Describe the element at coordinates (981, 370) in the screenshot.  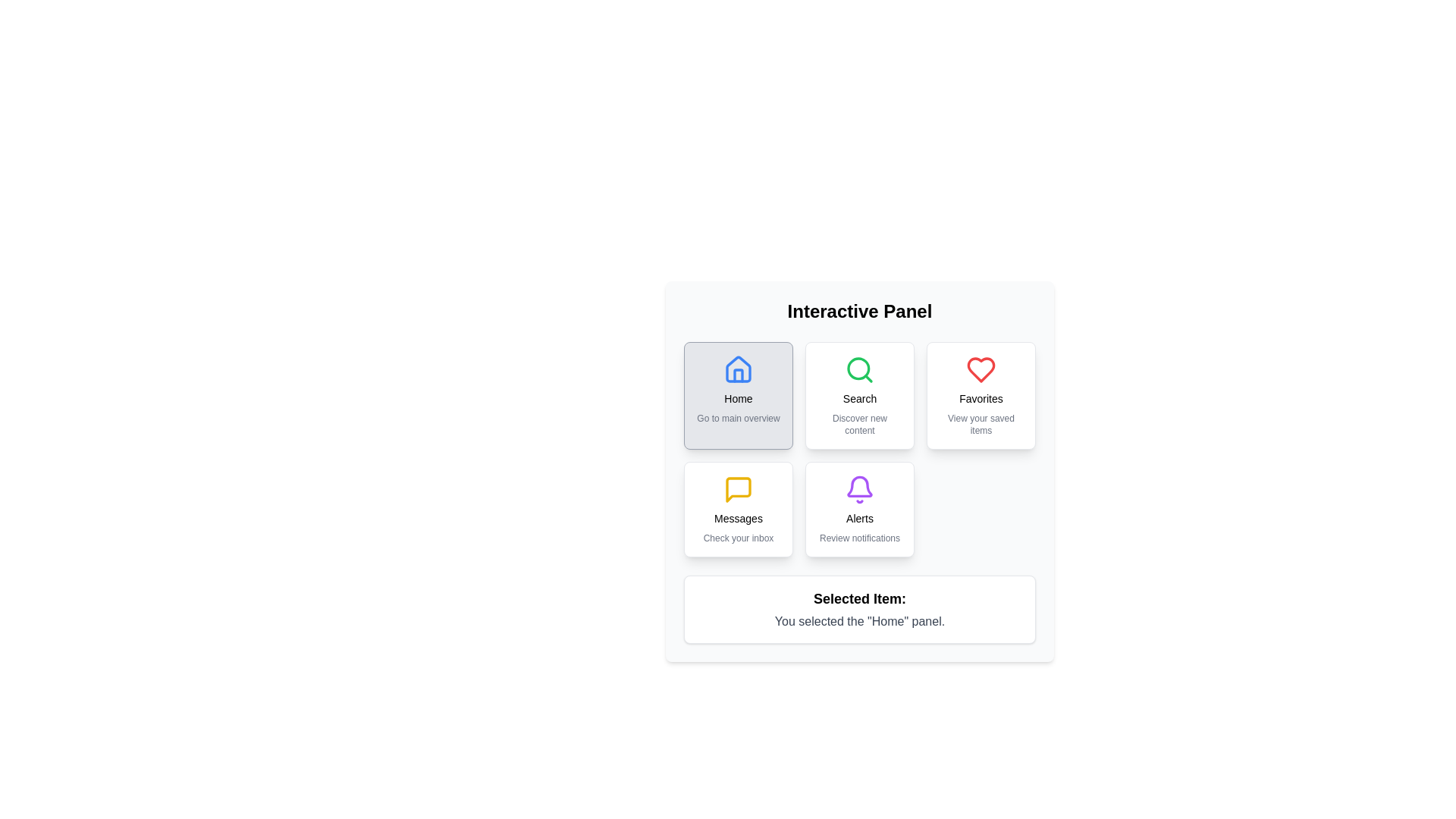
I see `the visual representation of the red heart icon indicating a 'favorite' state, which is part of the 'Favorites' card located in the top-right section of the grid layout` at that location.